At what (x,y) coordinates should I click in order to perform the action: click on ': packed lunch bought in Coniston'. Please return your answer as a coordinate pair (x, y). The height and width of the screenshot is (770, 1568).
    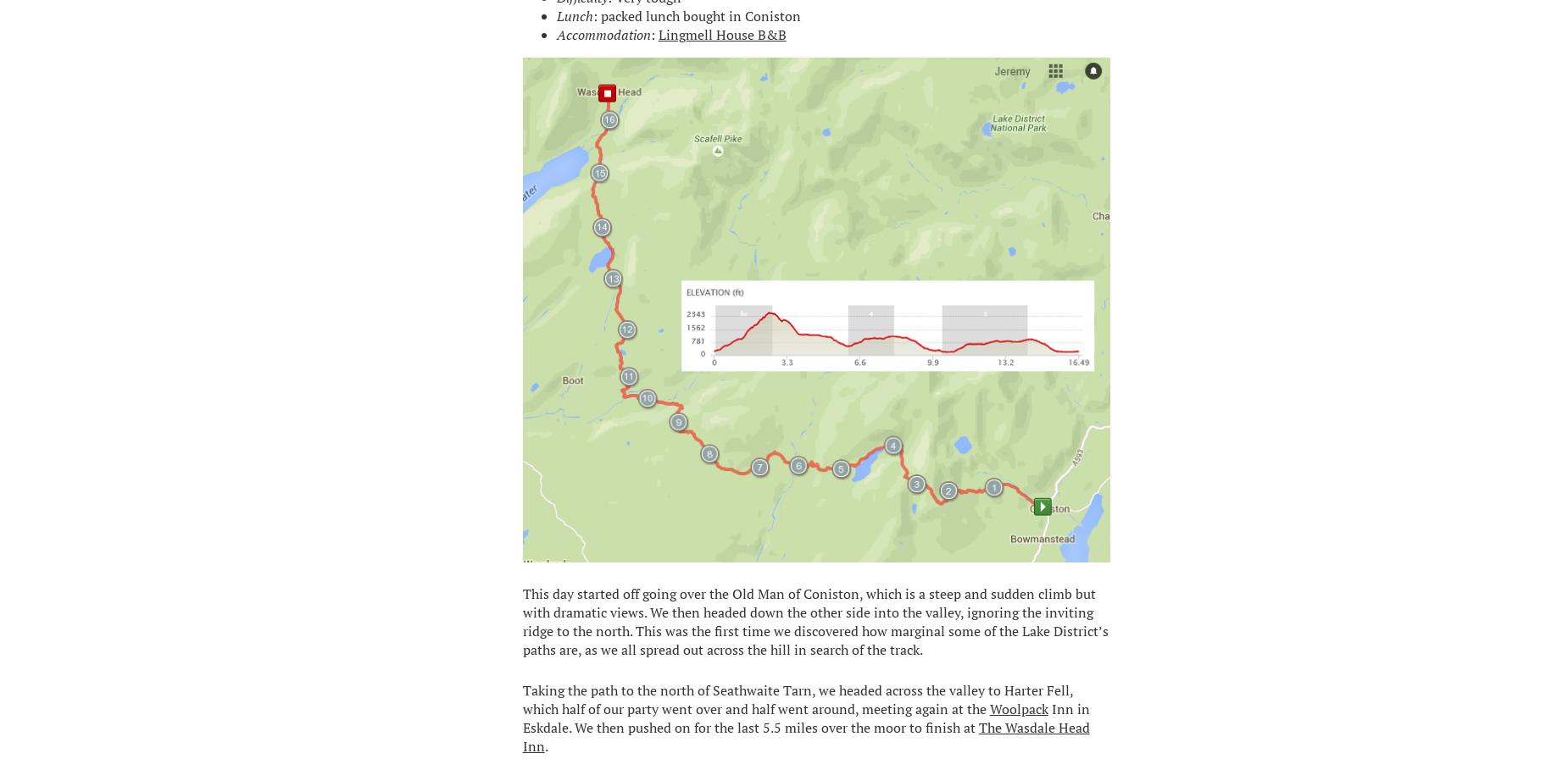
    Looking at the image, I should click on (696, 14).